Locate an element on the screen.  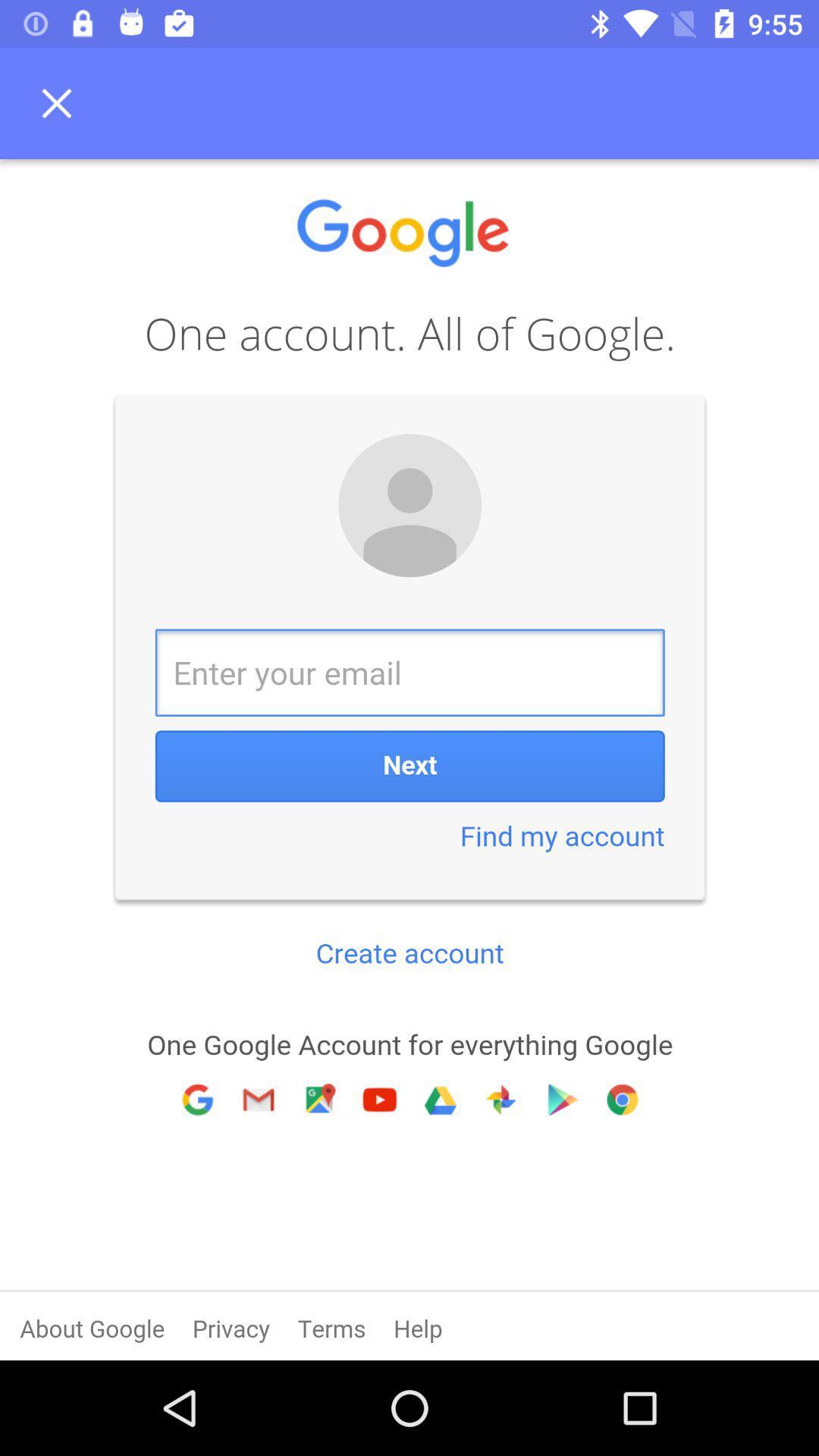
this page is located at coordinates (61, 102).